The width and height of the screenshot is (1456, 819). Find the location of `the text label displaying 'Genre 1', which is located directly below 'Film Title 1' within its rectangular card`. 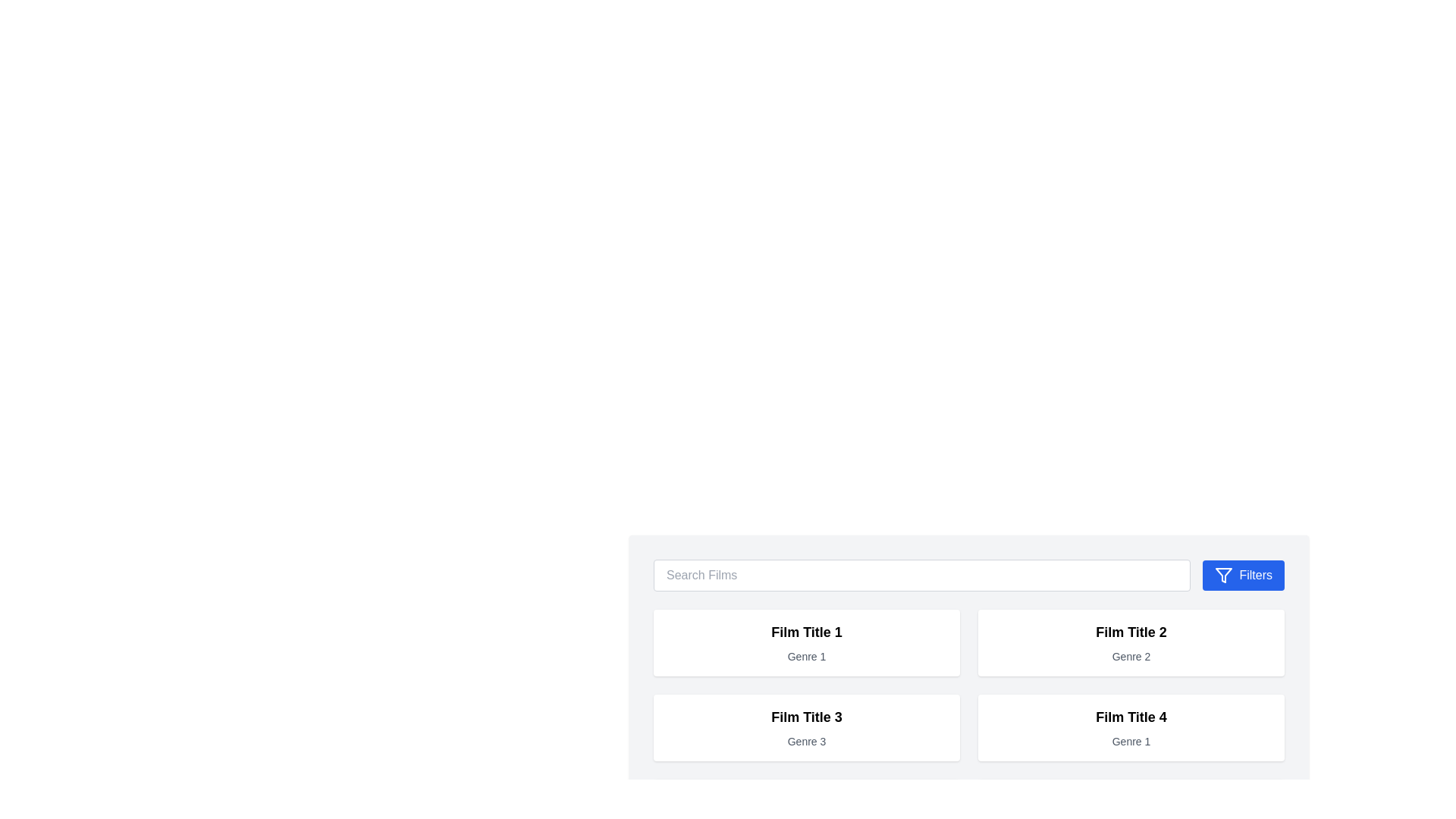

the text label displaying 'Genre 1', which is located directly below 'Film Title 1' within its rectangular card is located at coordinates (806, 656).